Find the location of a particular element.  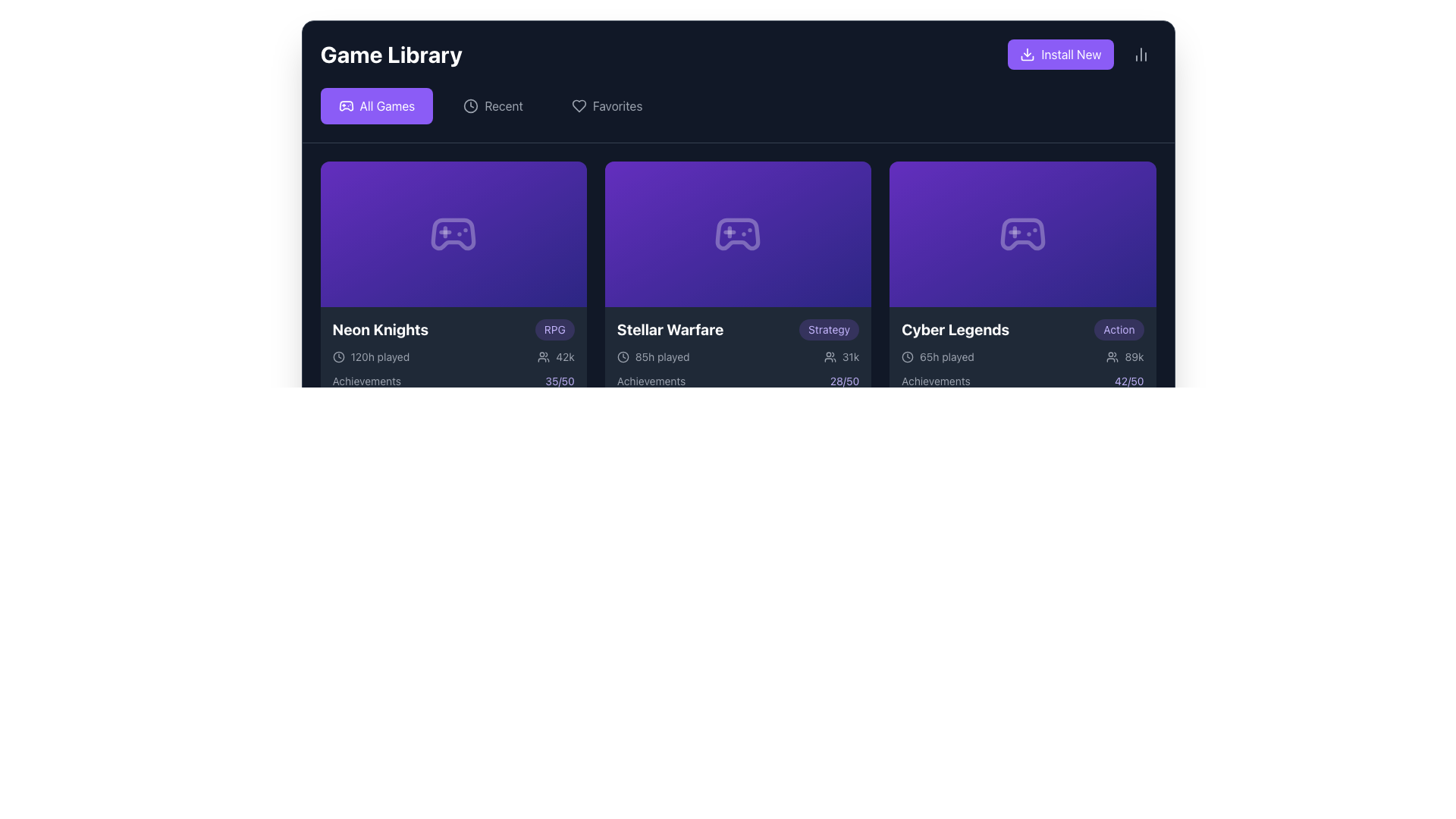

the 'Achievements' text display element, which shows '42/50' in violet color, located in the rightmost column of the 'Cyber Legends' game card, near the bottom, above a progress bar is located at coordinates (1022, 380).